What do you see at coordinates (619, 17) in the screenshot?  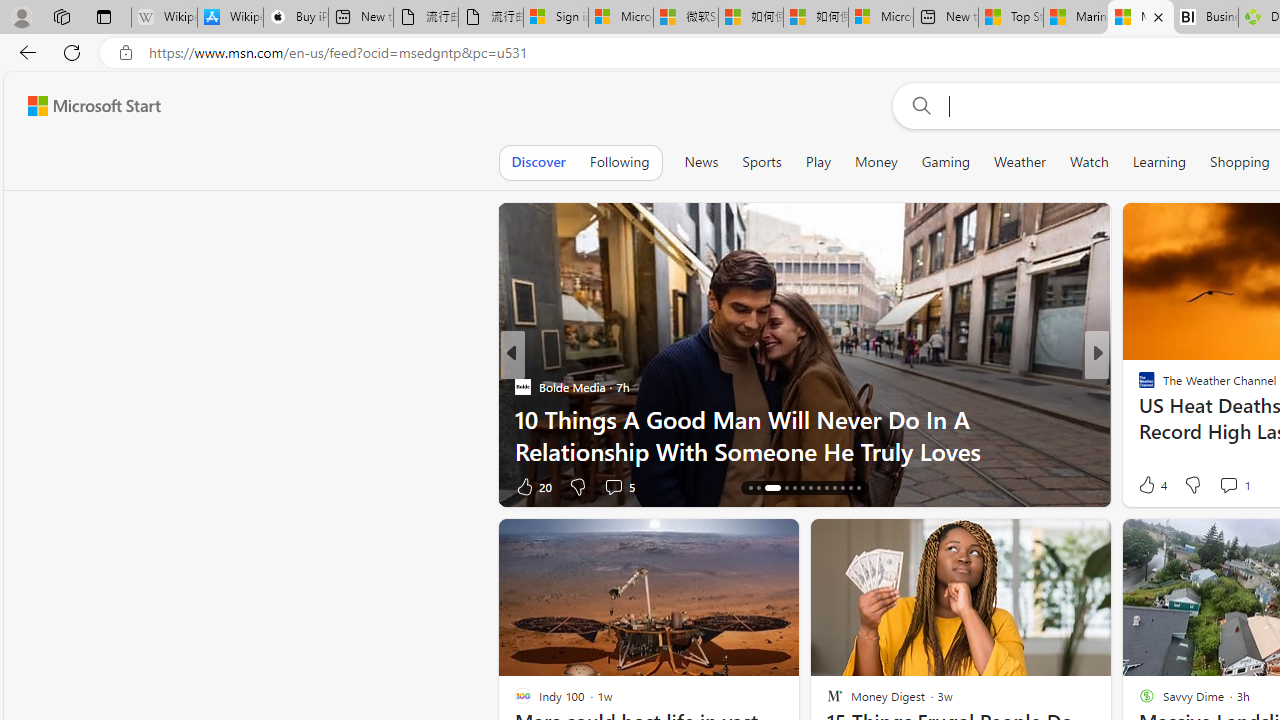 I see `'Microsoft Services Agreement'` at bounding box center [619, 17].